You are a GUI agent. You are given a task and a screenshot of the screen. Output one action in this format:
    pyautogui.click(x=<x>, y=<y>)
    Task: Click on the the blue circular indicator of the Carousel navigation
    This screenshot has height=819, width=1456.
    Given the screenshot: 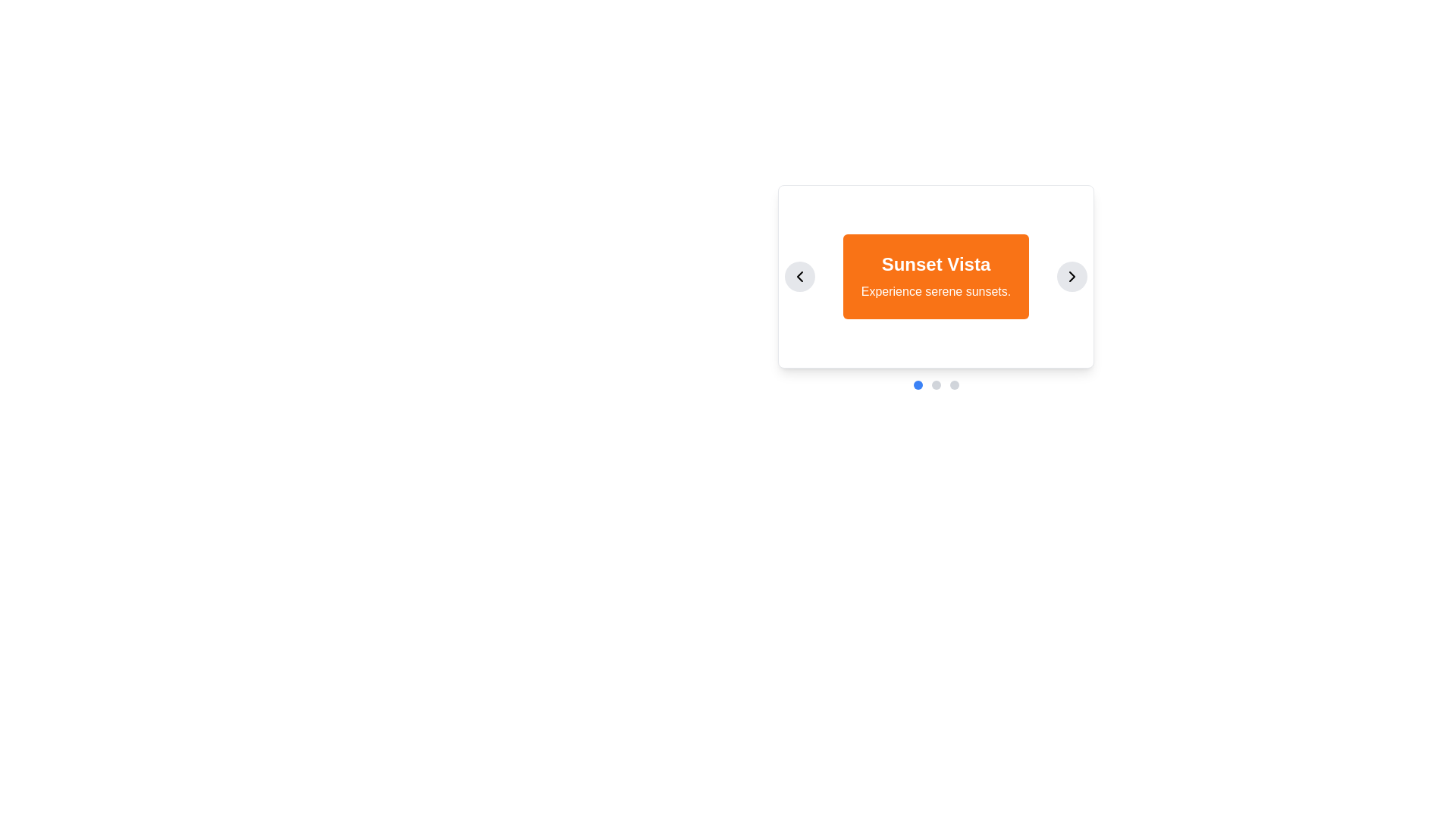 What is the action you would take?
    pyautogui.click(x=935, y=384)
    